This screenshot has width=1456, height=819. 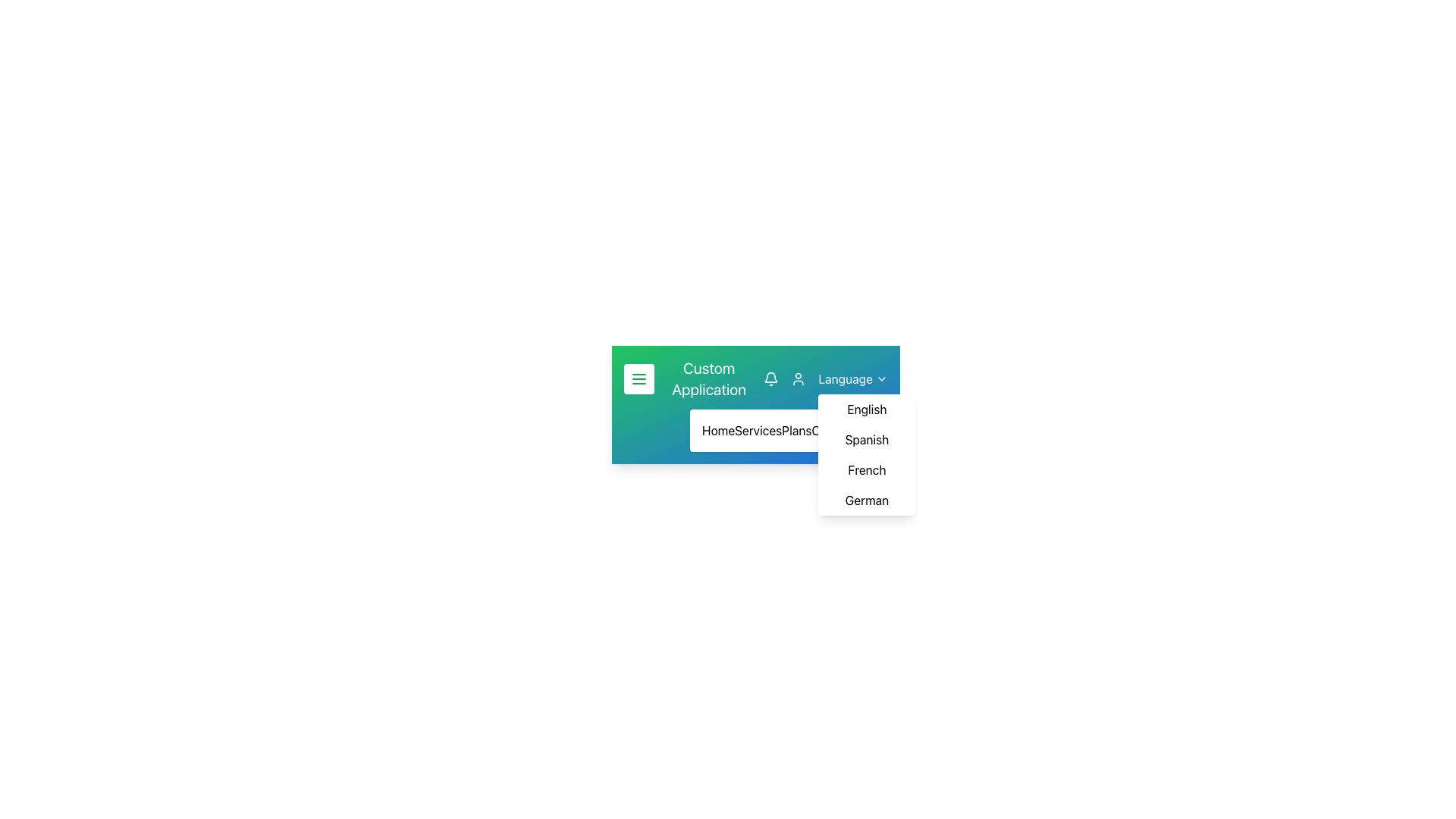 What do you see at coordinates (717, 430) in the screenshot?
I see `the 'Home' link in the navigation bar` at bounding box center [717, 430].